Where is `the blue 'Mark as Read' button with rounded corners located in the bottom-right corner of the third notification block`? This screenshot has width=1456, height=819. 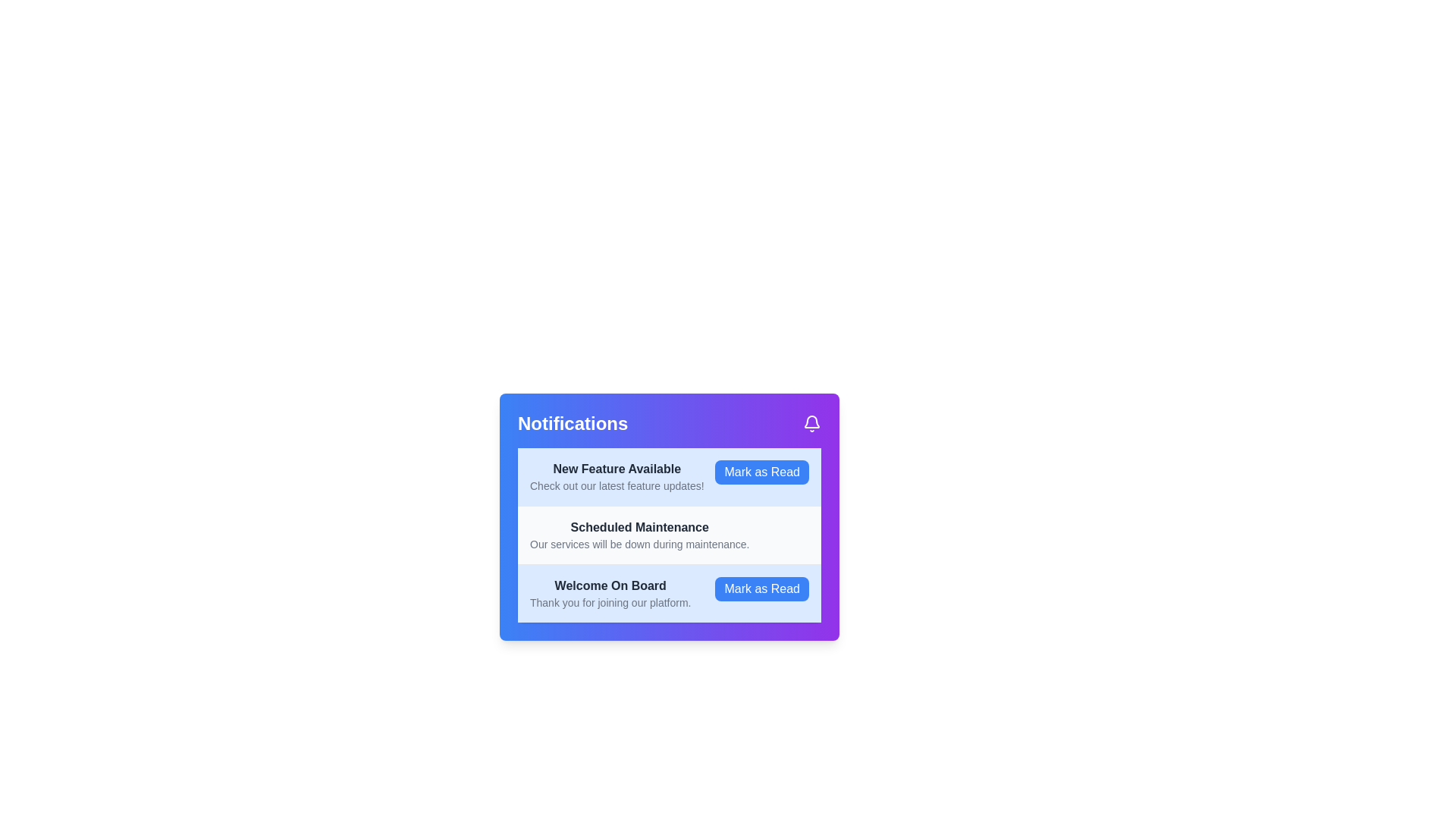 the blue 'Mark as Read' button with rounded corners located in the bottom-right corner of the third notification block is located at coordinates (762, 588).